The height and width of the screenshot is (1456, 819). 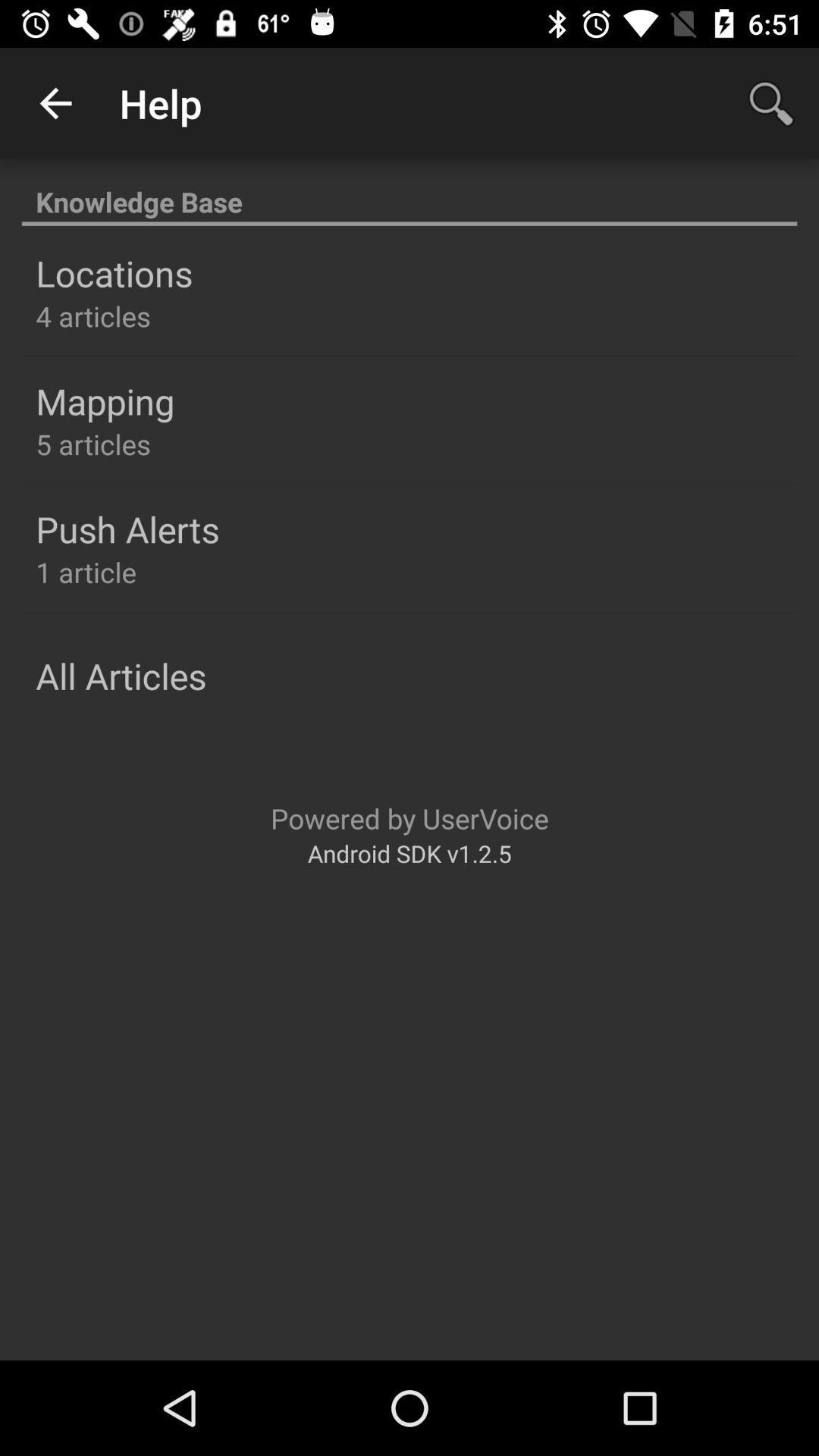 What do you see at coordinates (127, 529) in the screenshot?
I see `item above 1 article icon` at bounding box center [127, 529].